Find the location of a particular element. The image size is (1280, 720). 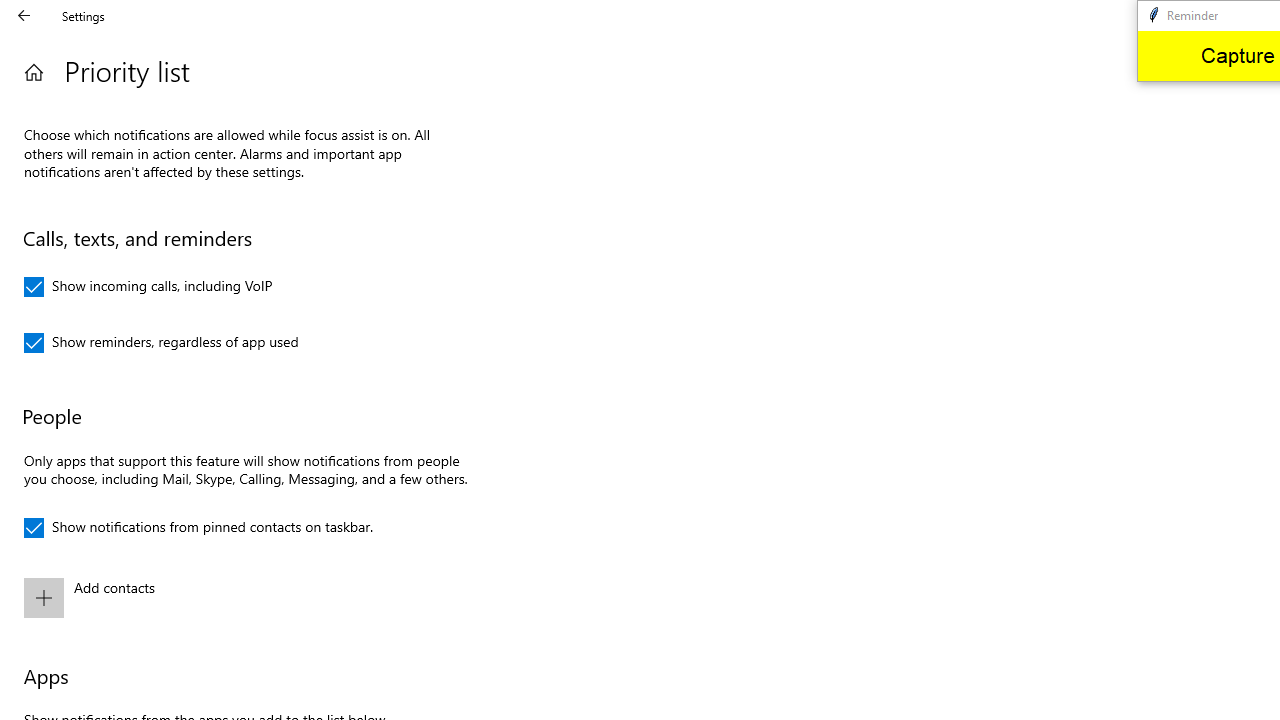

'Show incoming calls, including VoIP' is located at coordinates (147, 286).